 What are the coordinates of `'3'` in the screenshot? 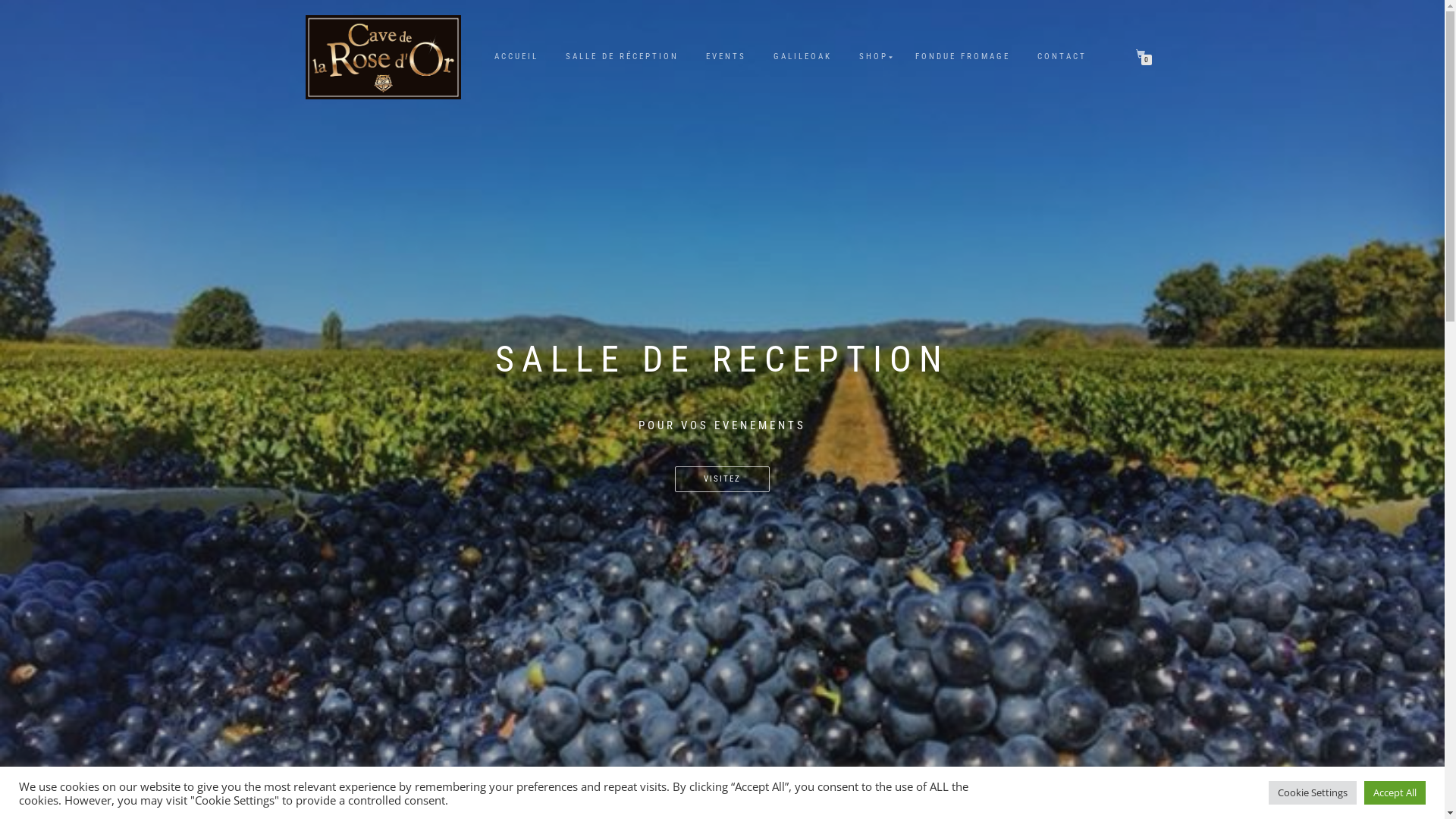 It's located at (722, 786).